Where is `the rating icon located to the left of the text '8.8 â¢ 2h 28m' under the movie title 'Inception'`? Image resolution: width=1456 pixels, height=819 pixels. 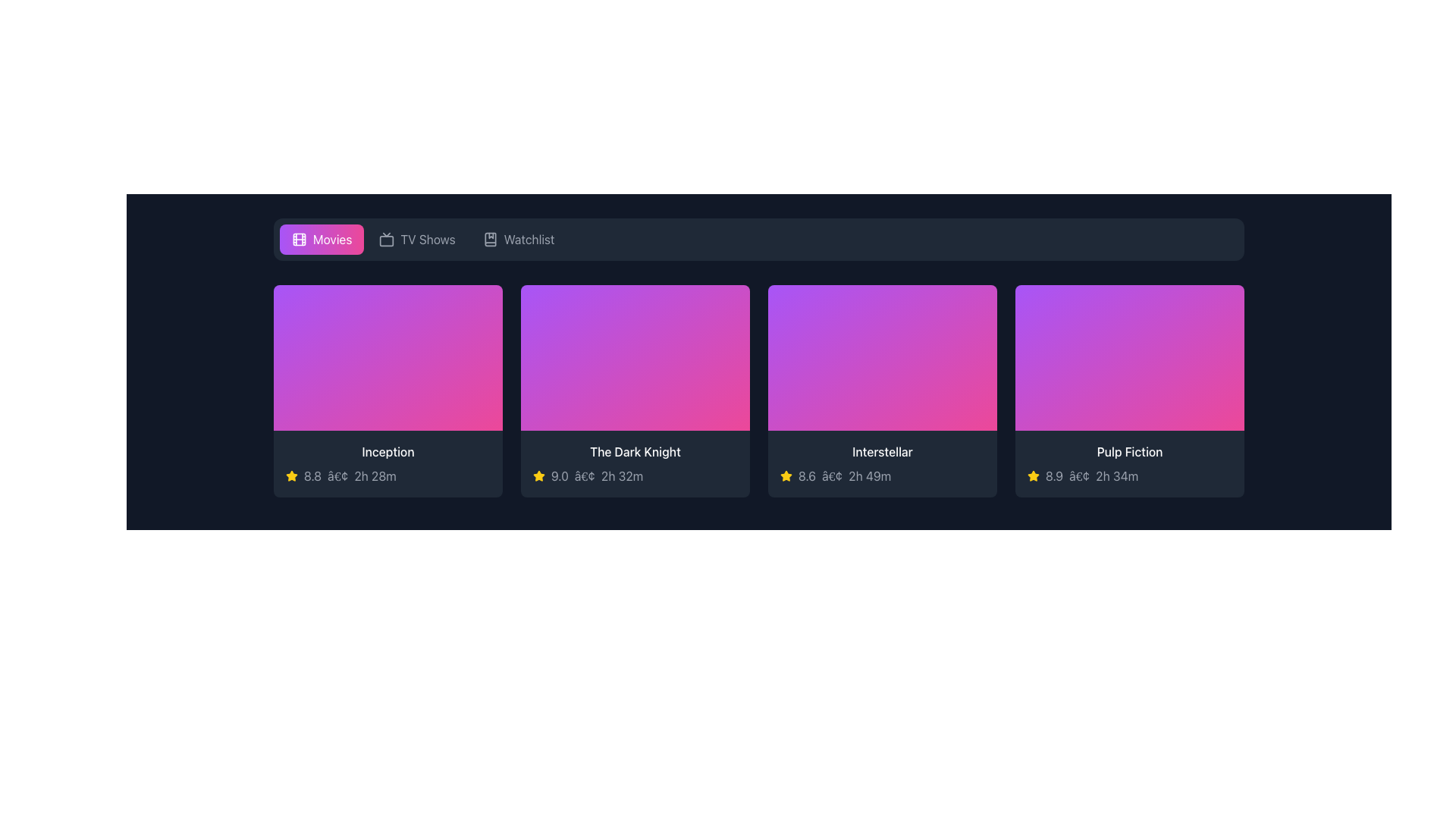
the rating icon located to the left of the text '8.8 â¢ 2h 28m' under the movie title 'Inception' is located at coordinates (291, 475).